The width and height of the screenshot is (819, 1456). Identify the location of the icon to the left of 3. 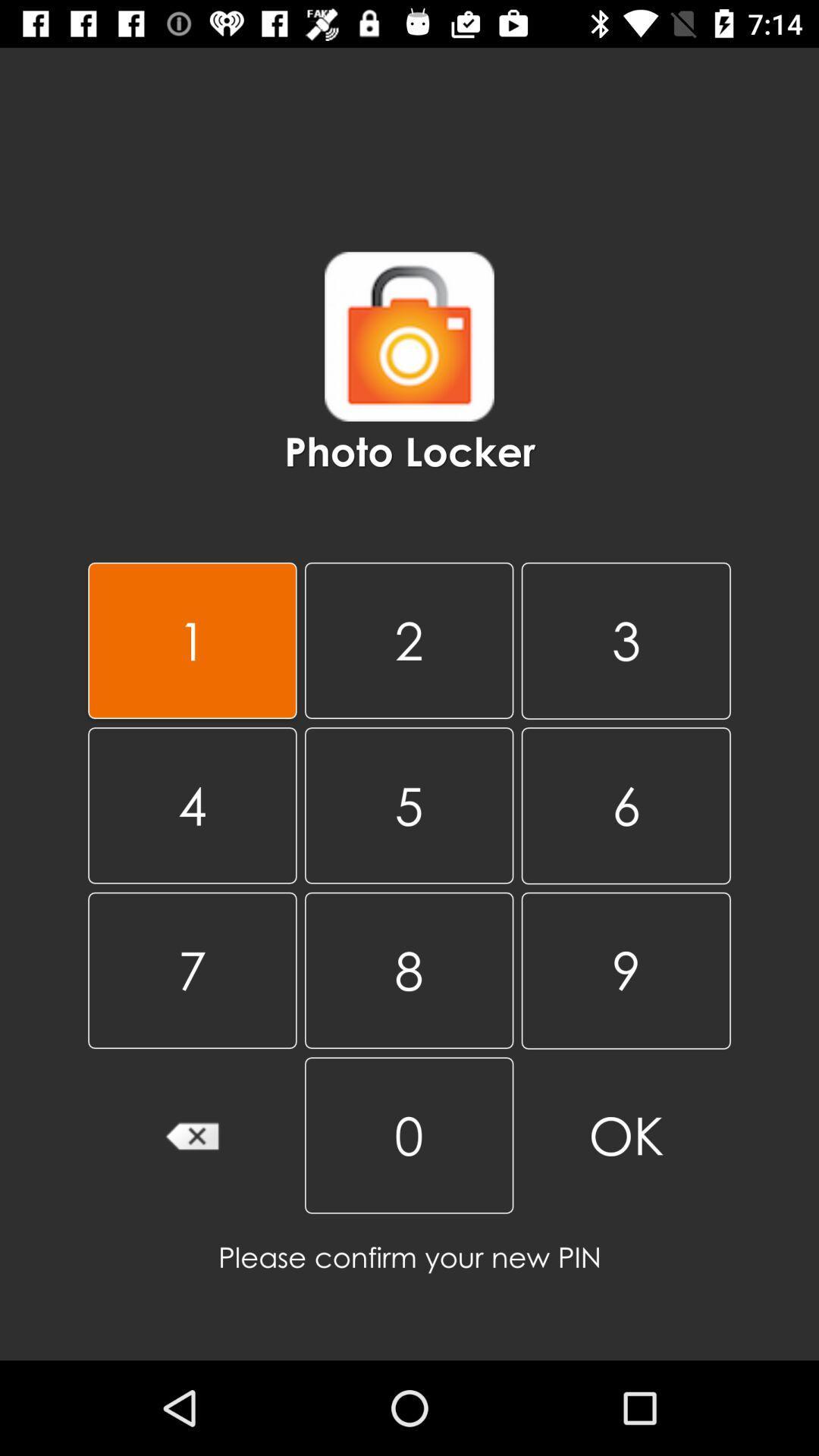
(408, 805).